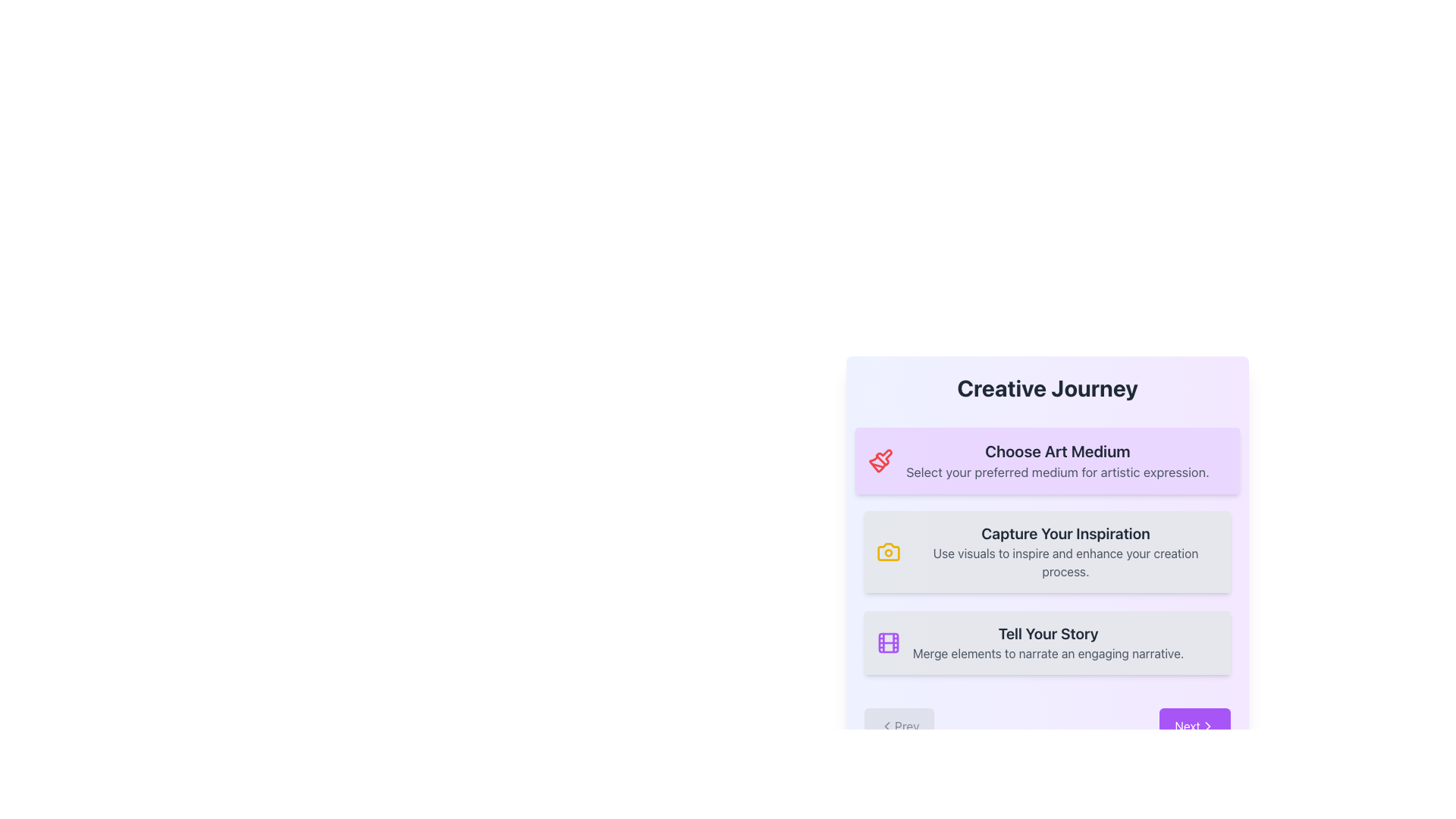 The width and height of the screenshot is (1456, 819). Describe the element at coordinates (887, 725) in the screenshot. I see `the left-facing chevron icon located on the left side of the 'Prev' button` at that location.